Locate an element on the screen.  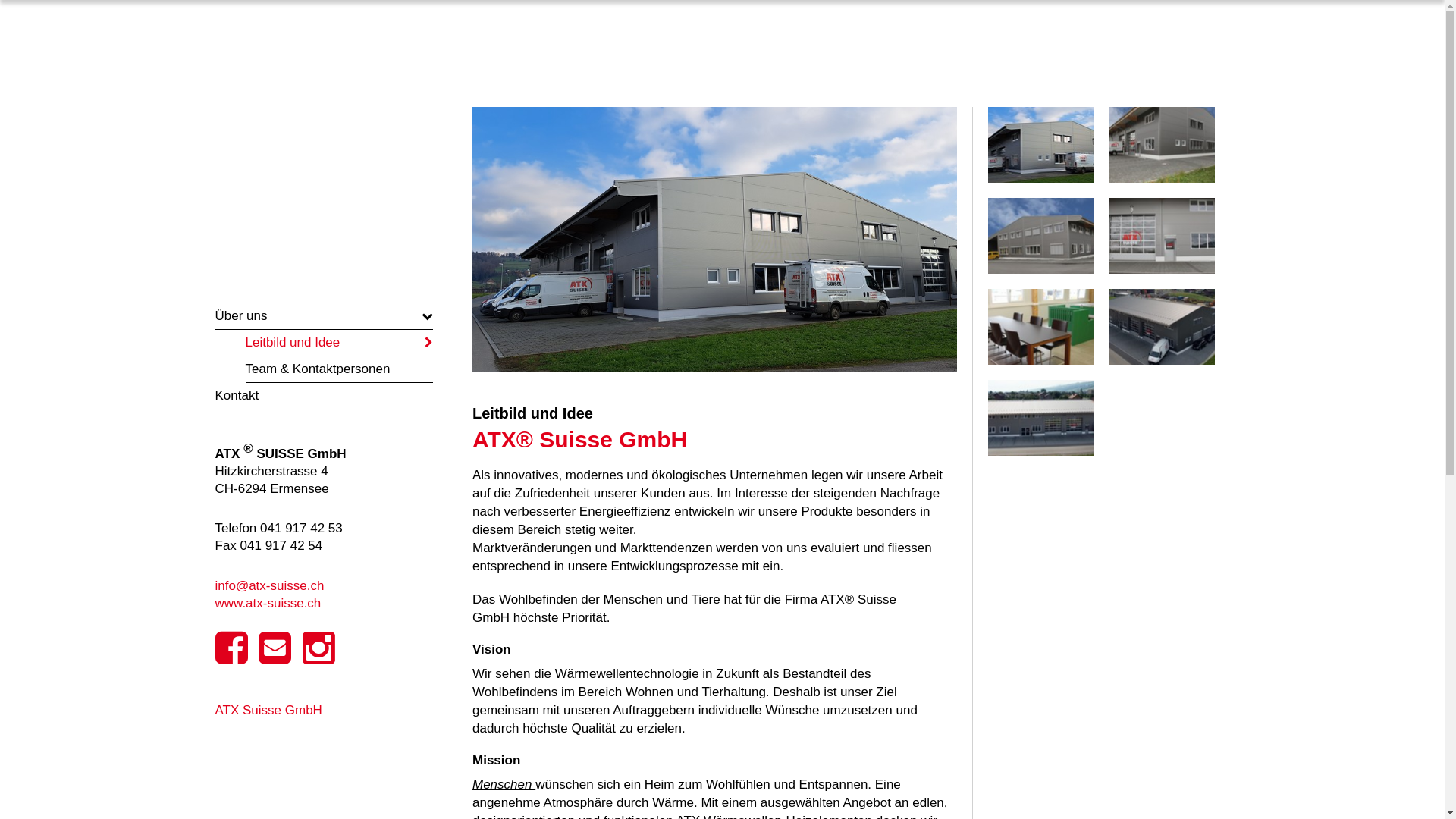
'Team & Kontaktpersonen' is located at coordinates (246, 369).